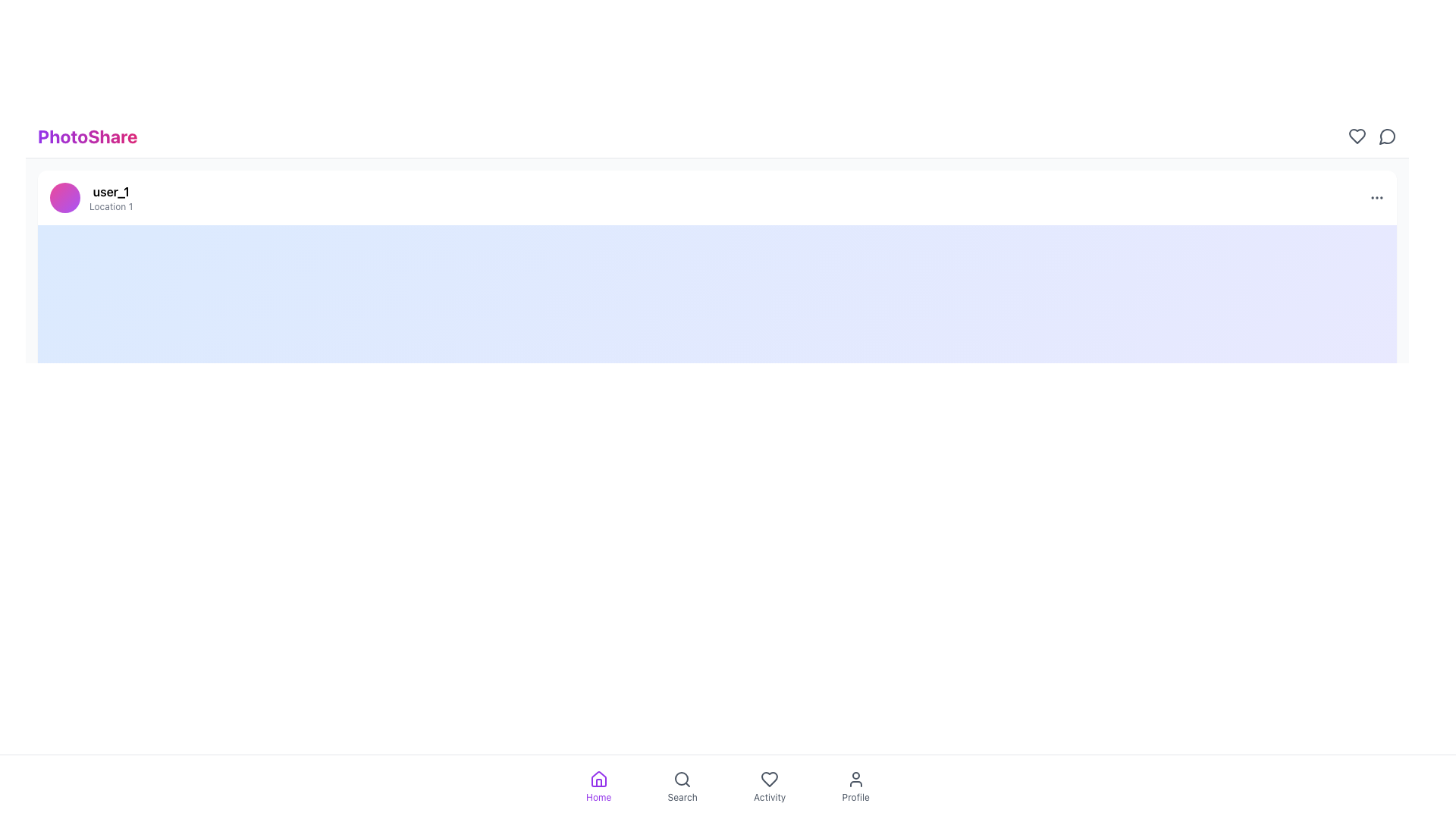  I want to click on the horizontal UI button group in the top-right corner of the 'PhotoShare' interface, so click(1372, 136).